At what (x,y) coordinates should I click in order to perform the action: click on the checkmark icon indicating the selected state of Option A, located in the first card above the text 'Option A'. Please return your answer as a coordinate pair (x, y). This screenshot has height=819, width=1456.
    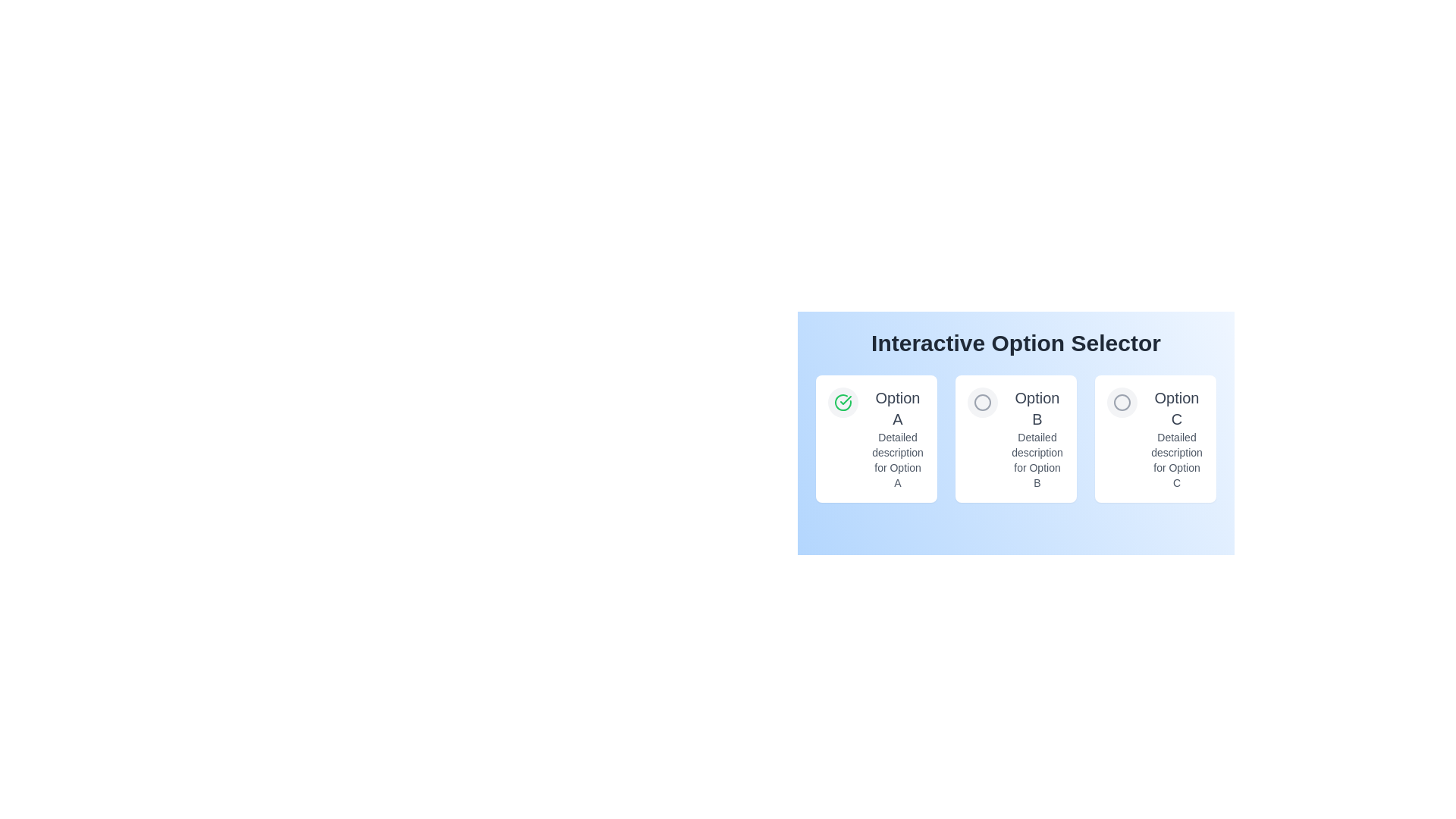
    Looking at the image, I should click on (843, 402).